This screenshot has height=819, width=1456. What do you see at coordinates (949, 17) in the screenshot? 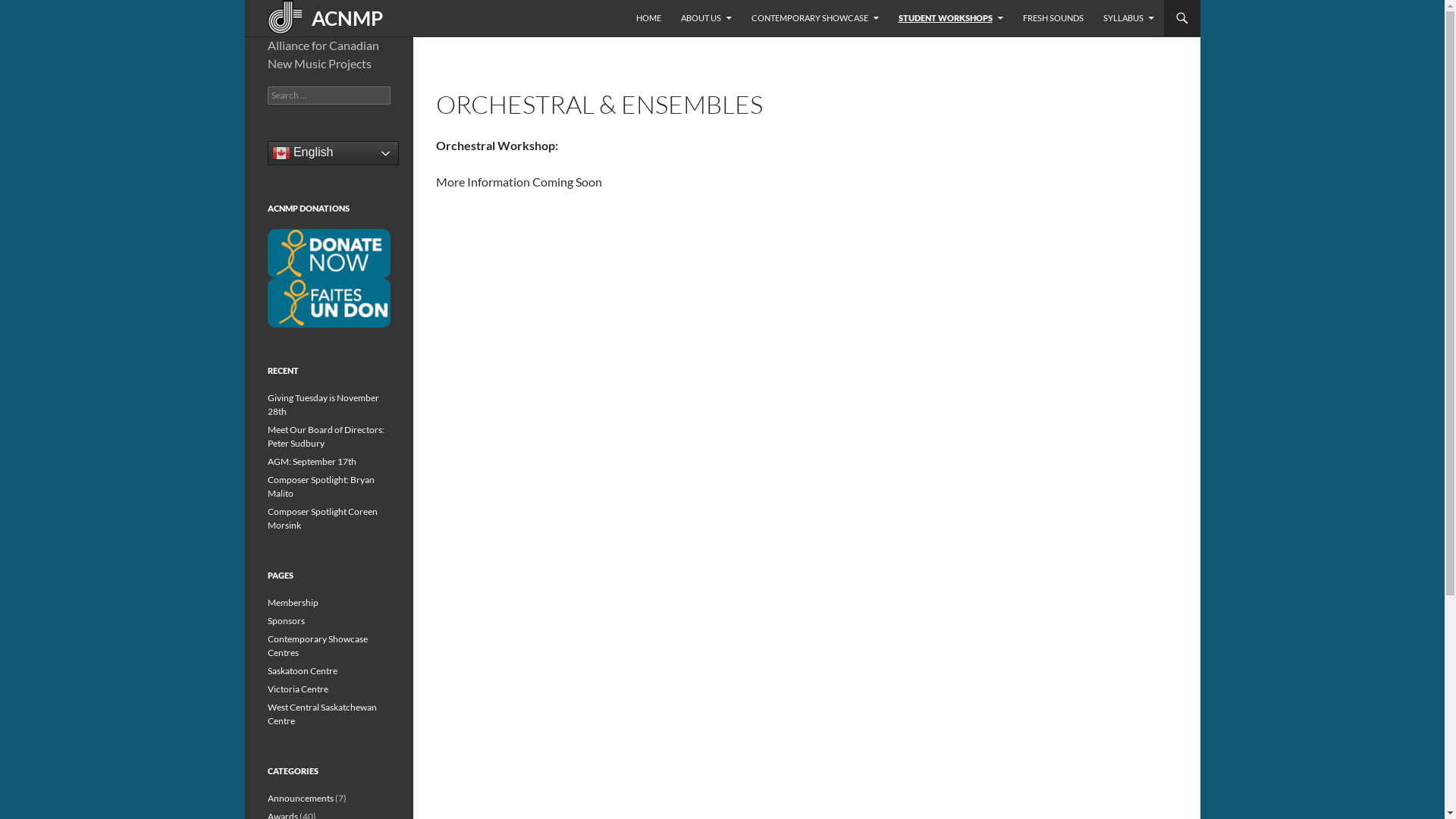
I see `'STUDENT WORKSHOPS'` at bounding box center [949, 17].